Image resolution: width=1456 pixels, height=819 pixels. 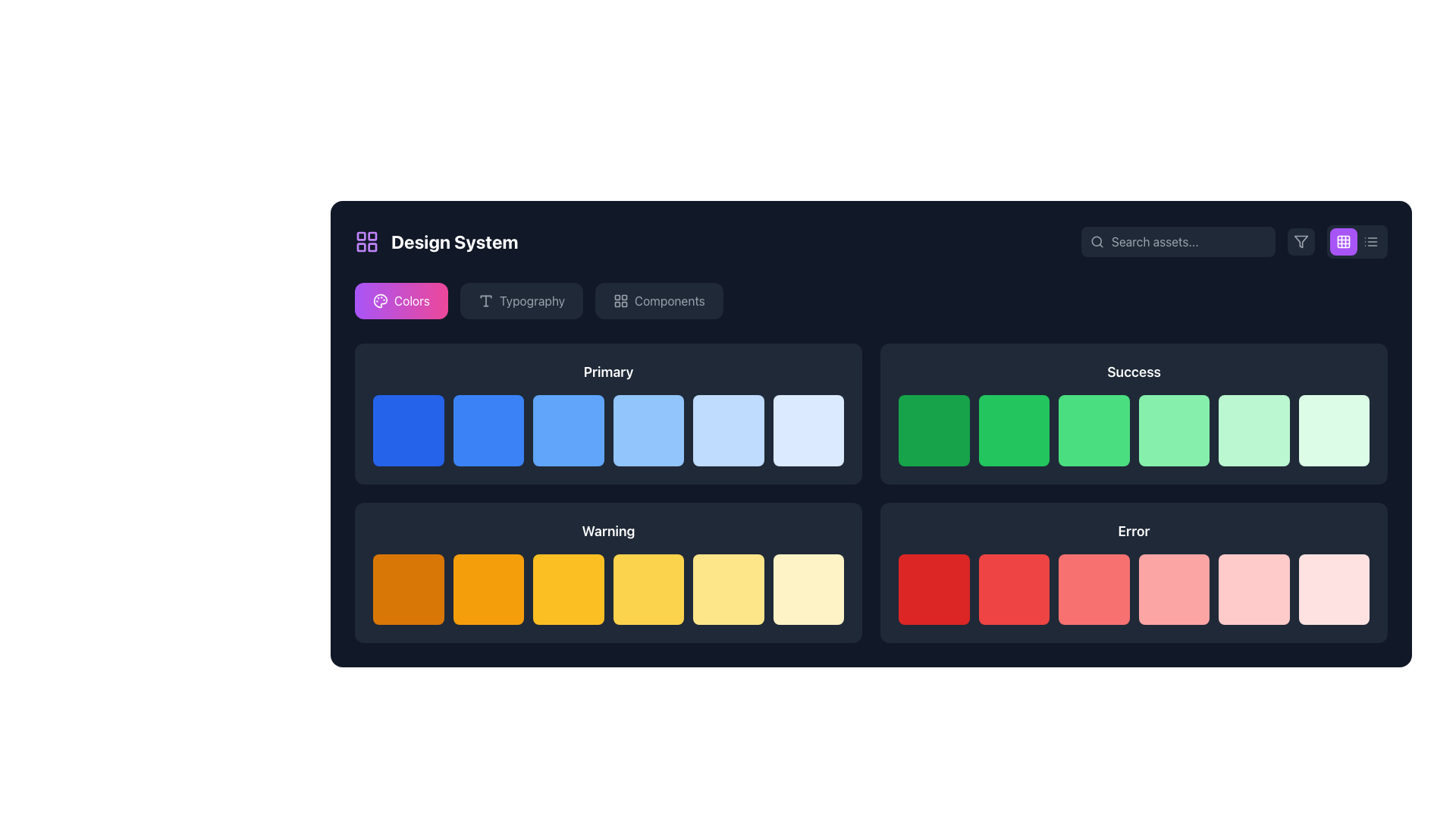 I want to click on the decorative square box located within the 'Success' section, so click(x=1096, y=432).